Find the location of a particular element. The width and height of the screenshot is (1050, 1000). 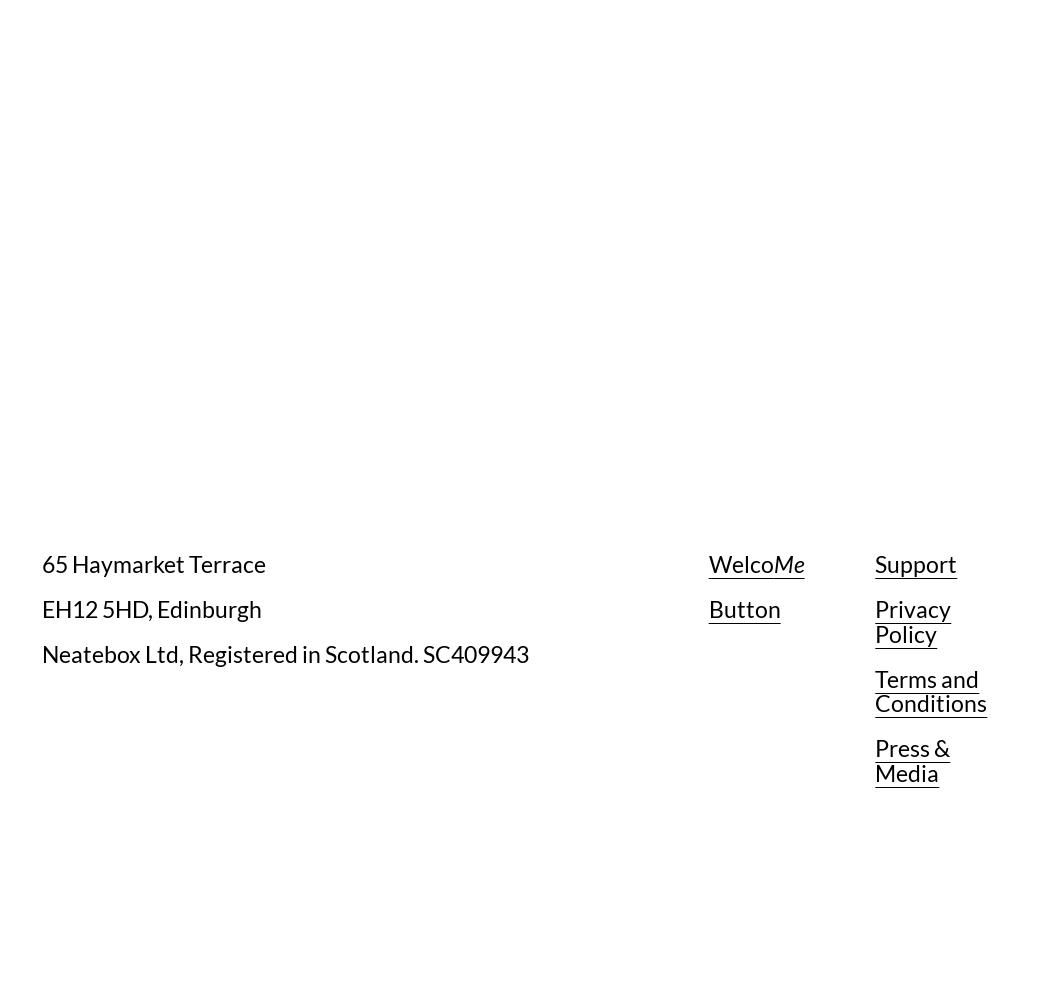

'EH12 5HD, Edinburgh' is located at coordinates (152, 608).